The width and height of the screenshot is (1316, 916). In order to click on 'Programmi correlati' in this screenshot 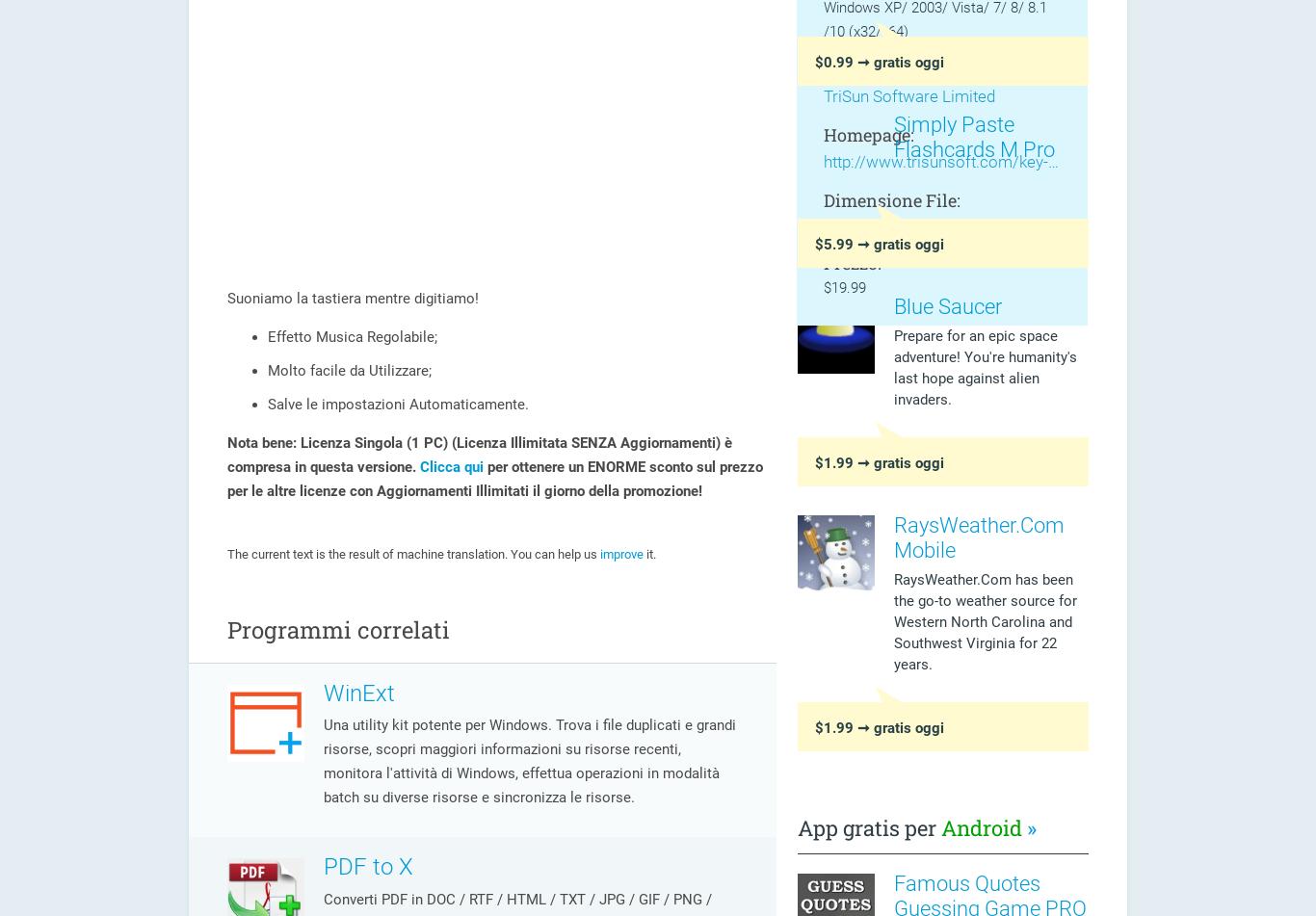, I will do `click(227, 627)`.